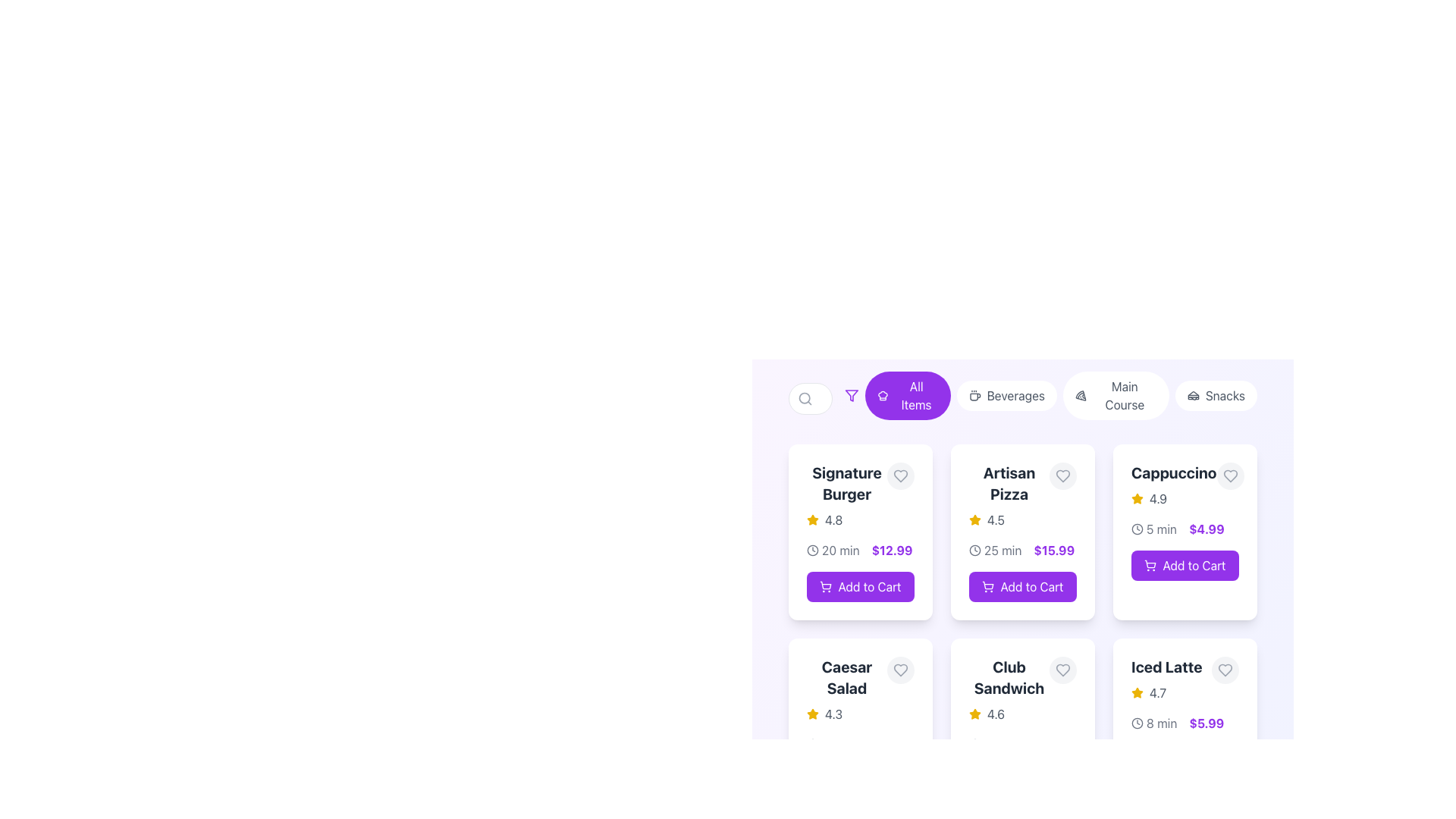 The image size is (1456, 819). Describe the element at coordinates (901, 475) in the screenshot. I see `the heart-shaped outline icon within the circular button located in the top-right corner of the 'Signature Burger' card to observe any visual feedback` at that location.